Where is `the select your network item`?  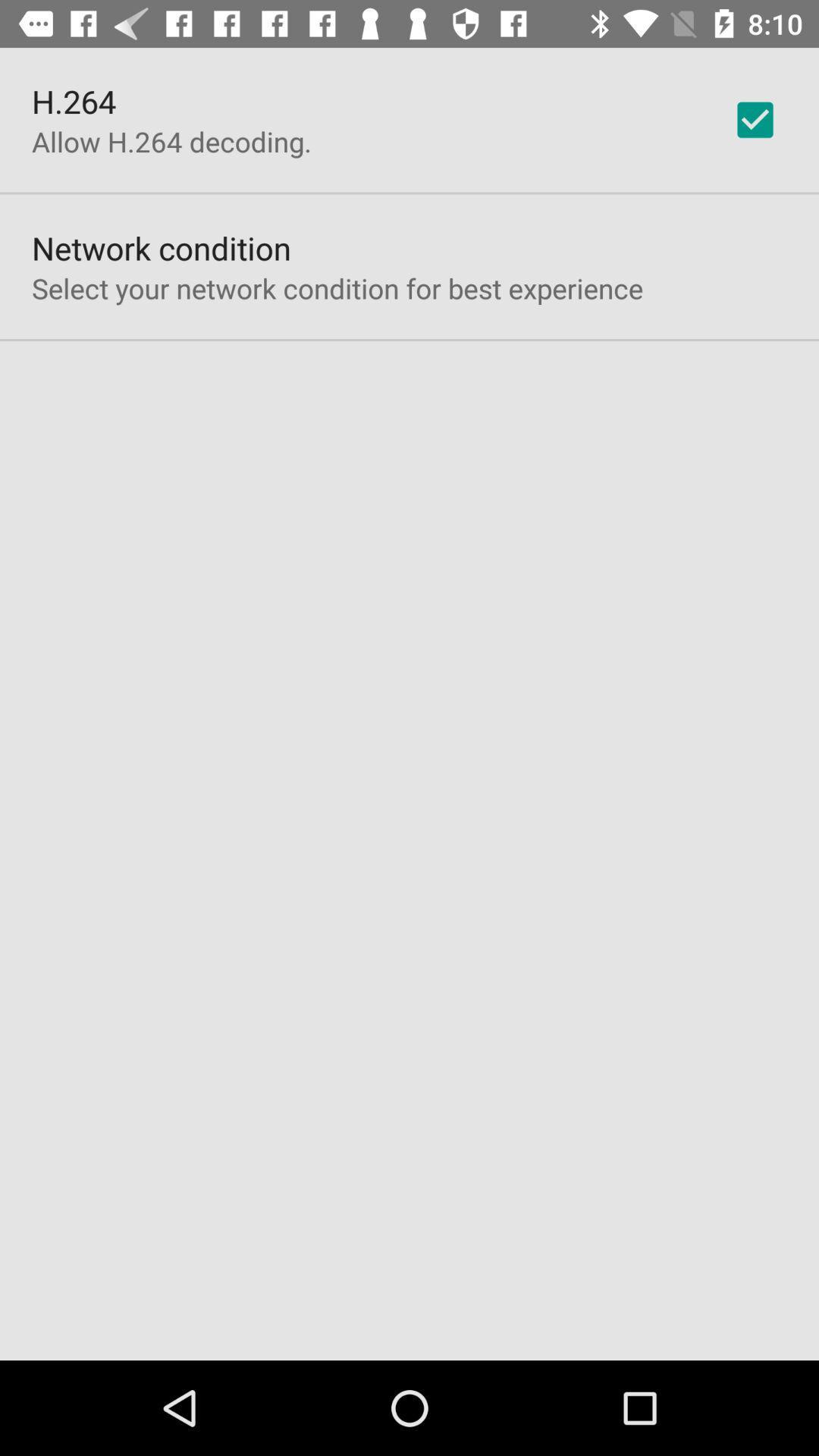
the select your network item is located at coordinates (337, 288).